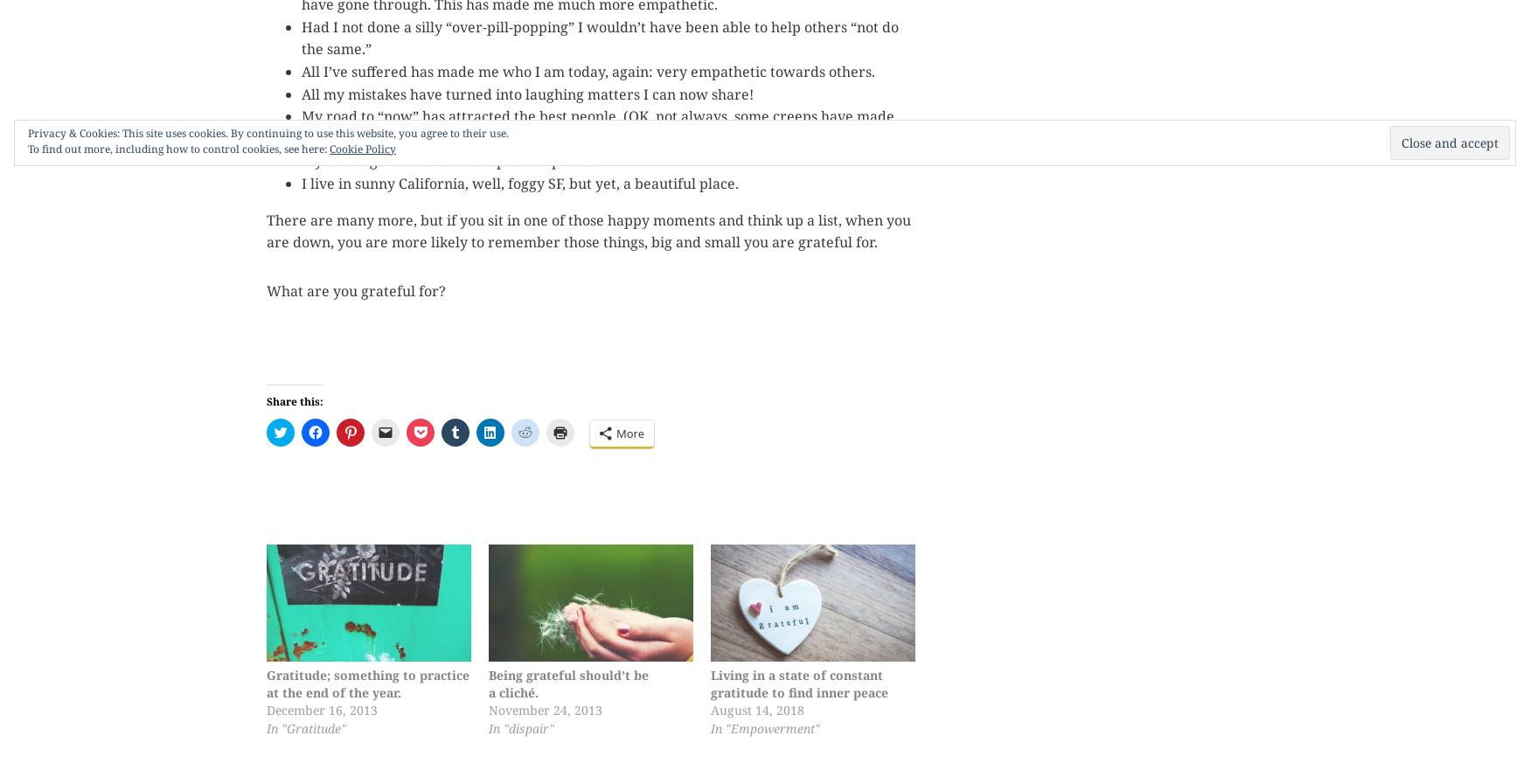  Describe the element at coordinates (588, 70) in the screenshot. I see `'All I’ve suffered has made me who I am today, again: very empathetic towards others.'` at that location.